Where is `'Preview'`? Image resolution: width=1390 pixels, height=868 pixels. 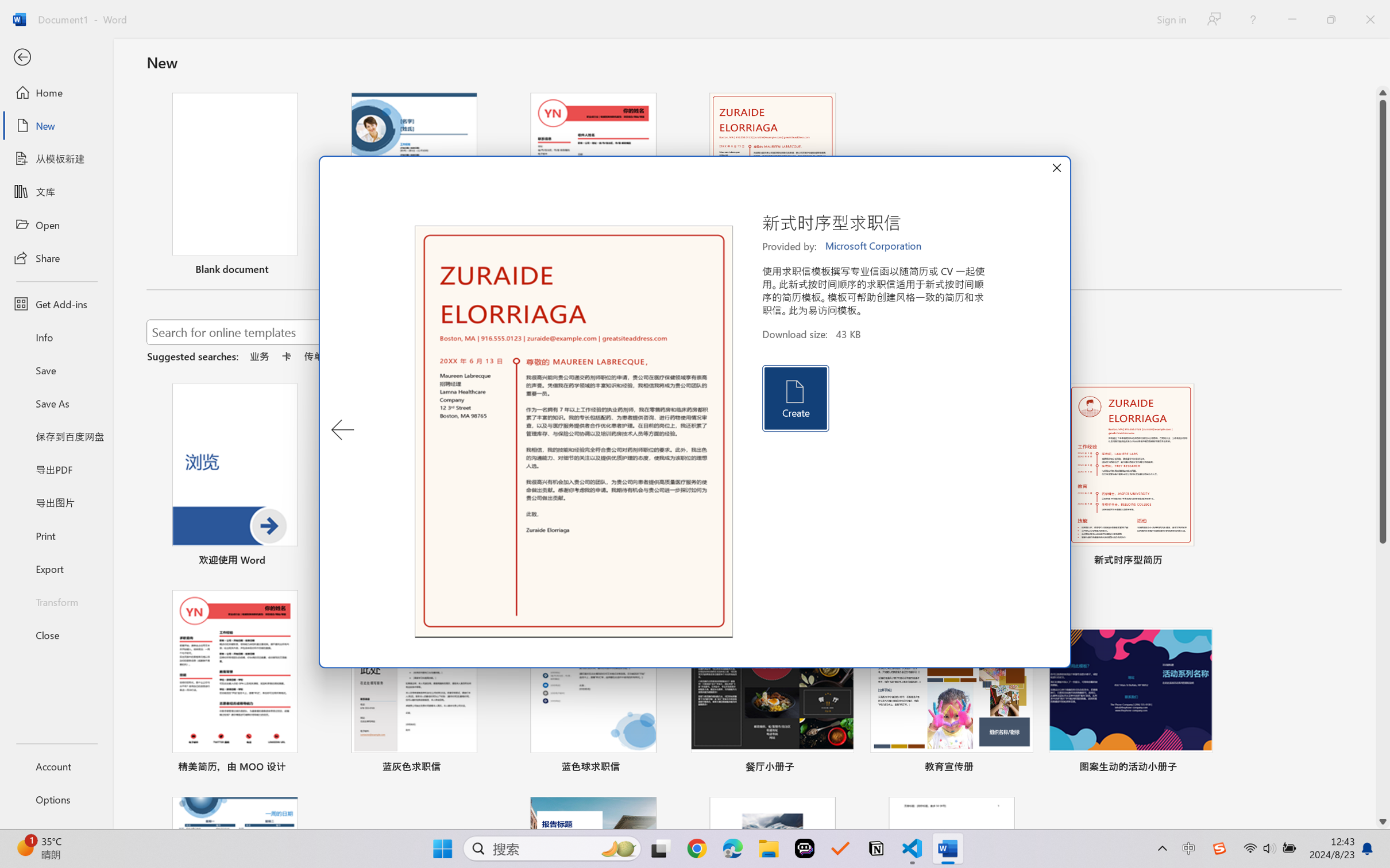
'Preview' is located at coordinates (573, 432).